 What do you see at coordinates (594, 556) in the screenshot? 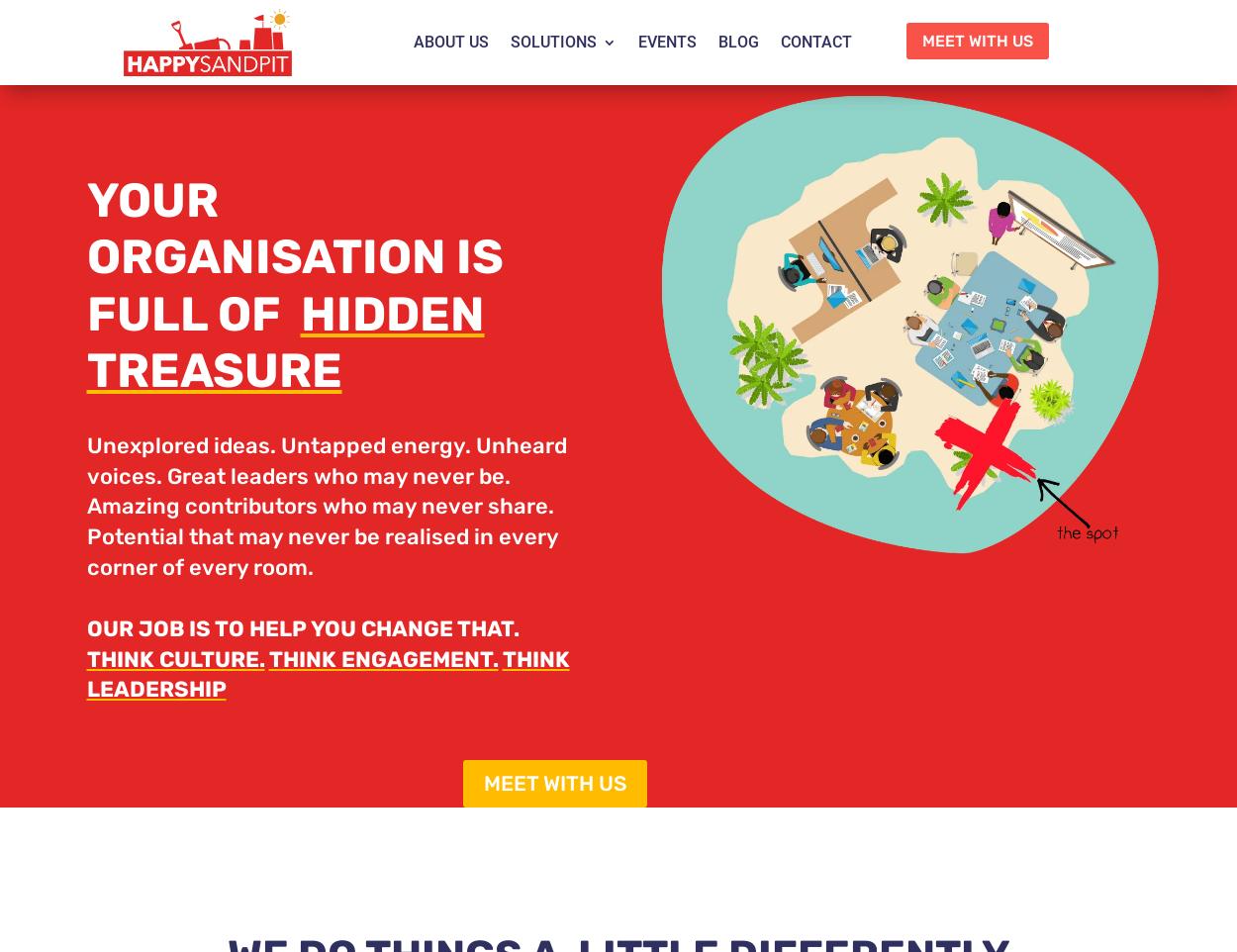
I see `'CHANGE GAME'` at bounding box center [594, 556].